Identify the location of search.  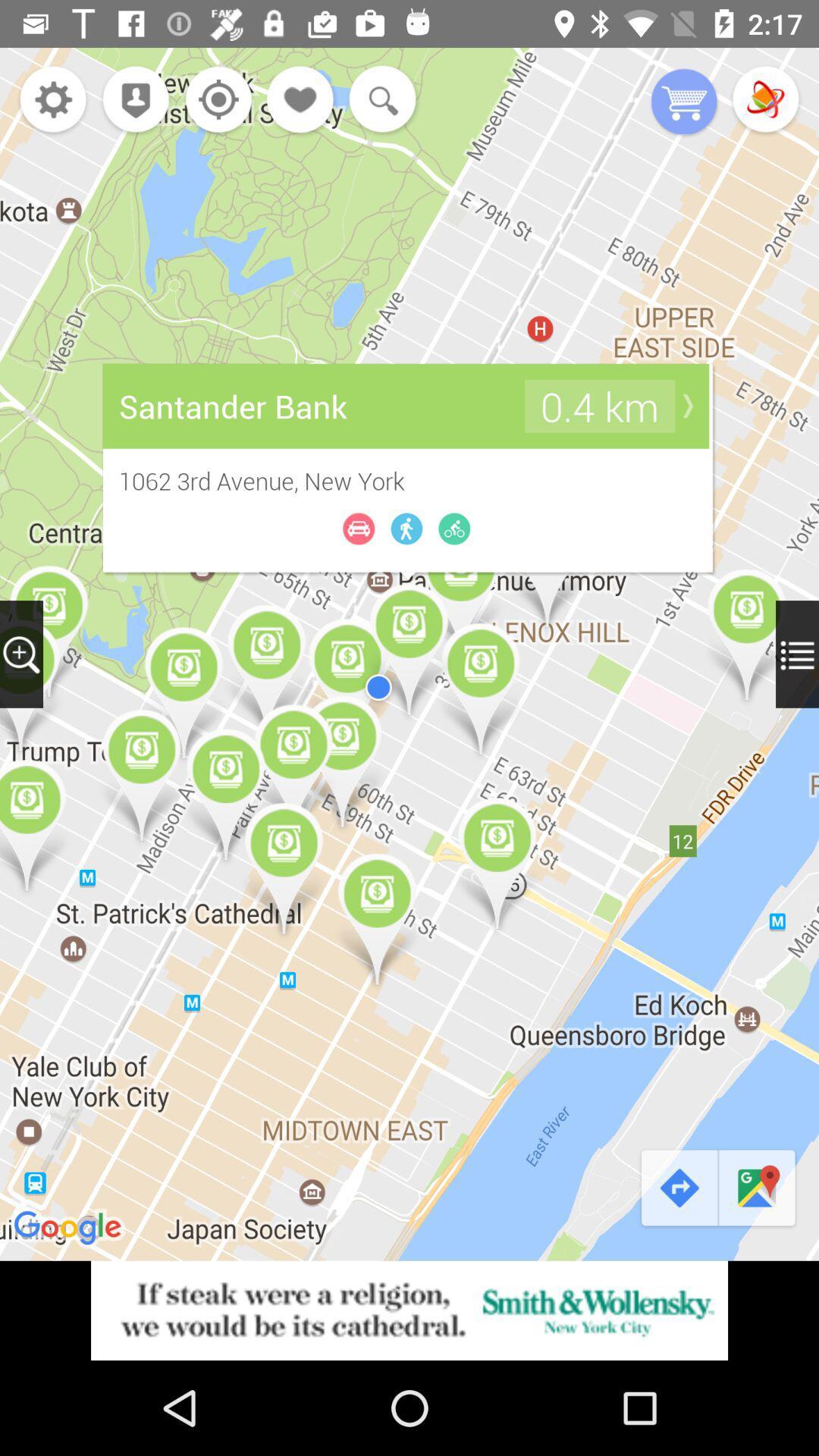
(378, 100).